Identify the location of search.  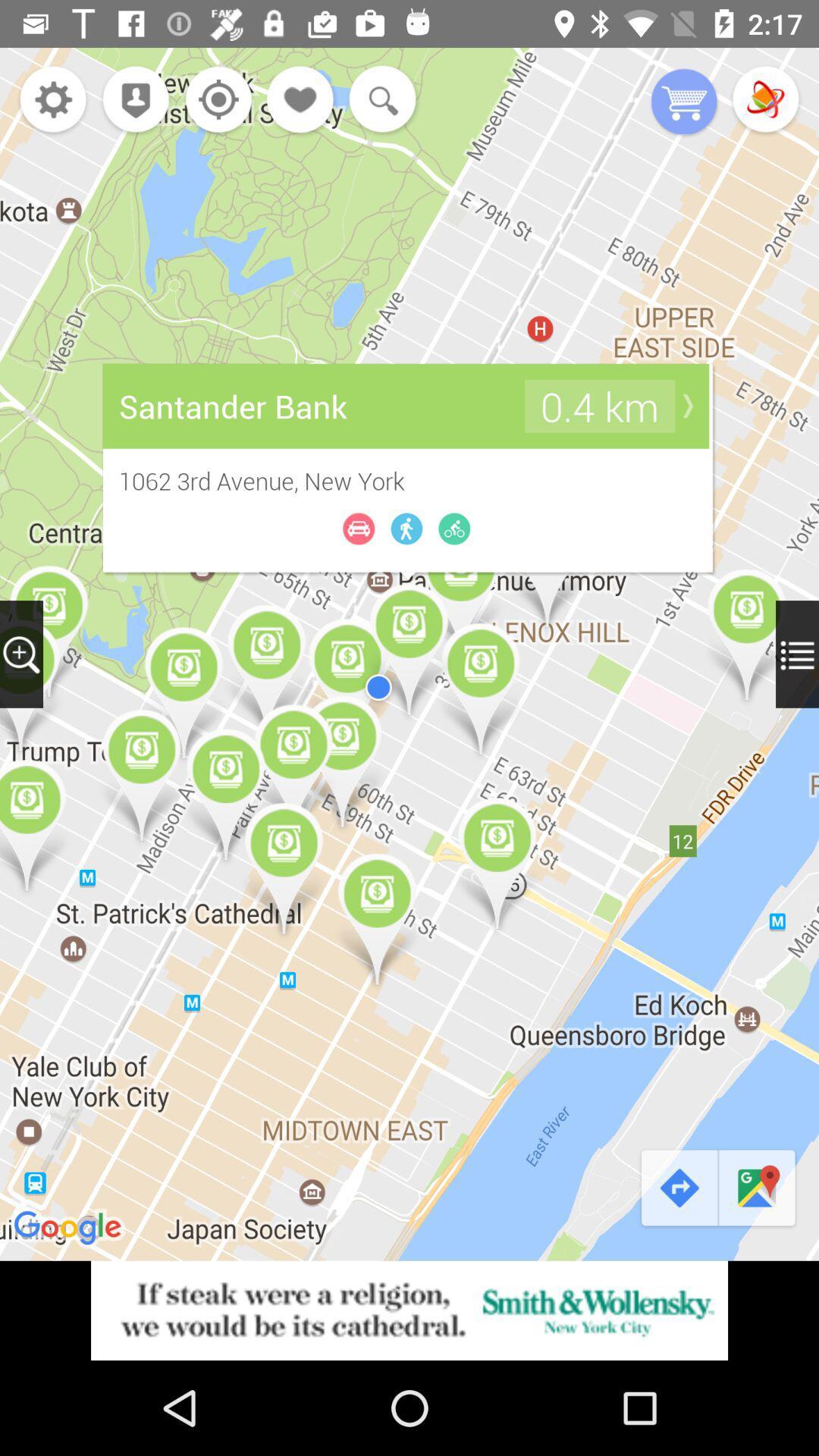
(378, 100).